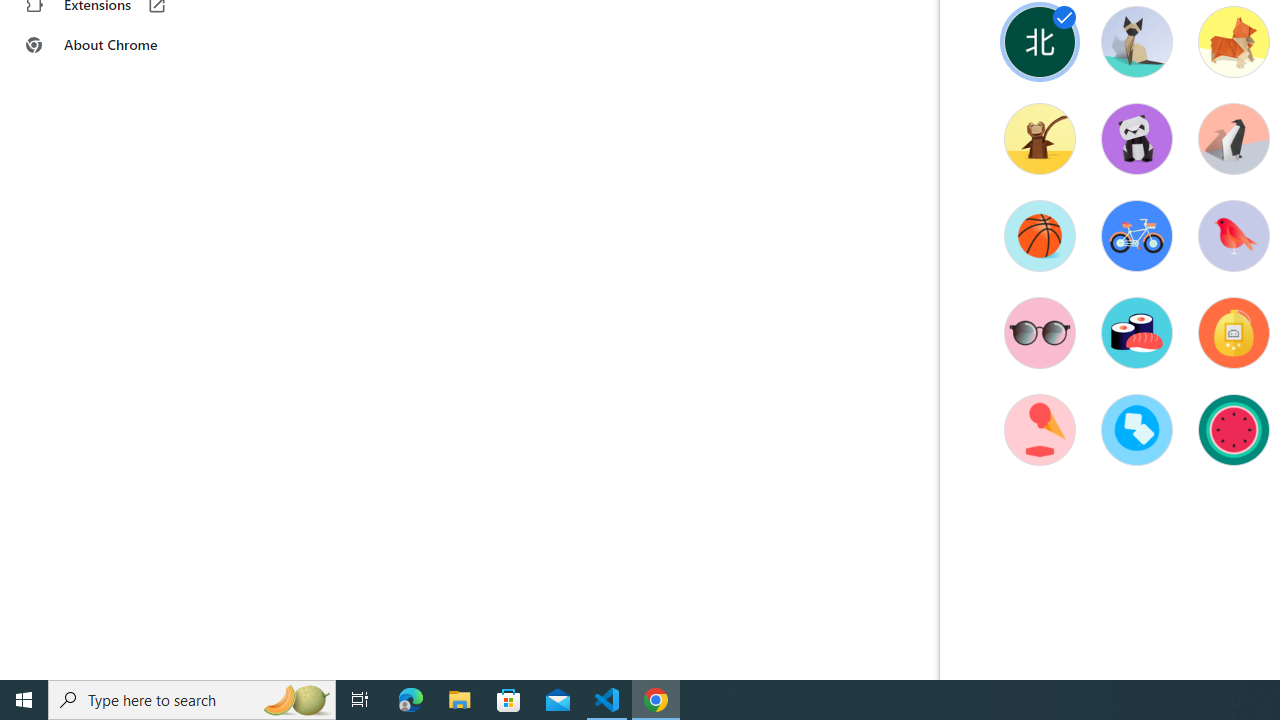 The width and height of the screenshot is (1280, 720). I want to click on 'About Chrome', so click(123, 45).